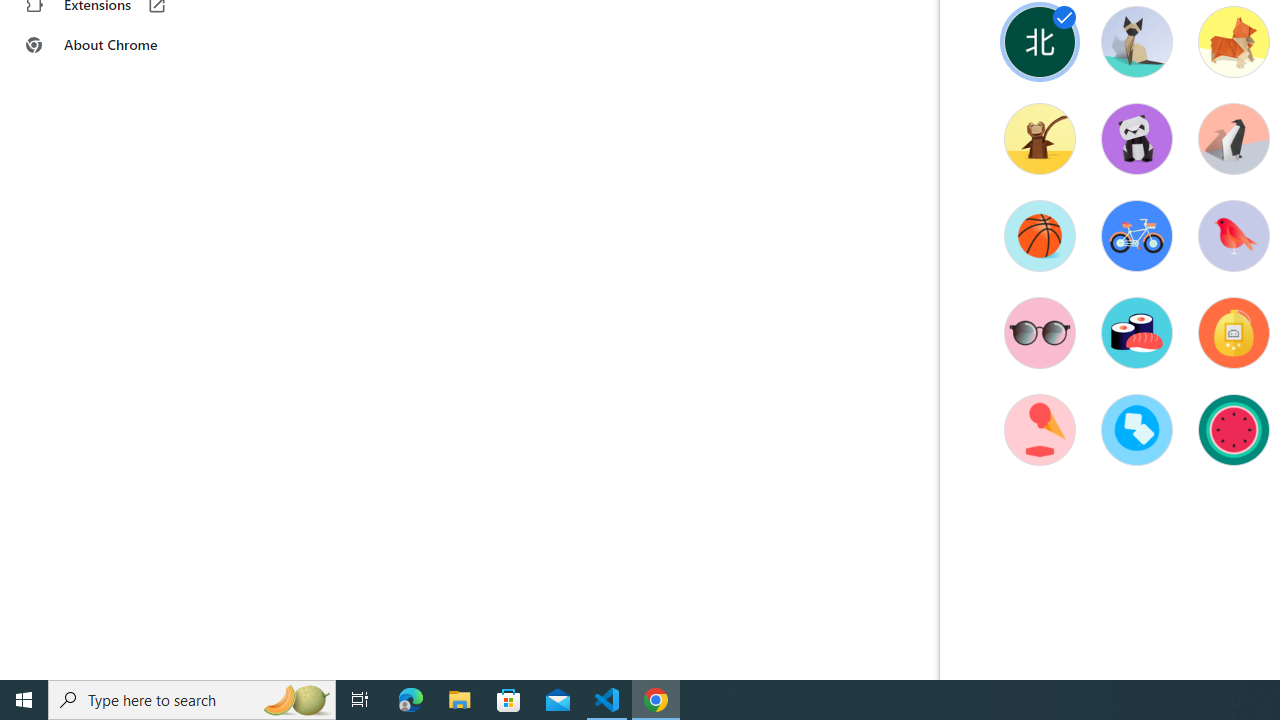 The width and height of the screenshot is (1280, 720). I want to click on 'About Chrome', so click(123, 45).